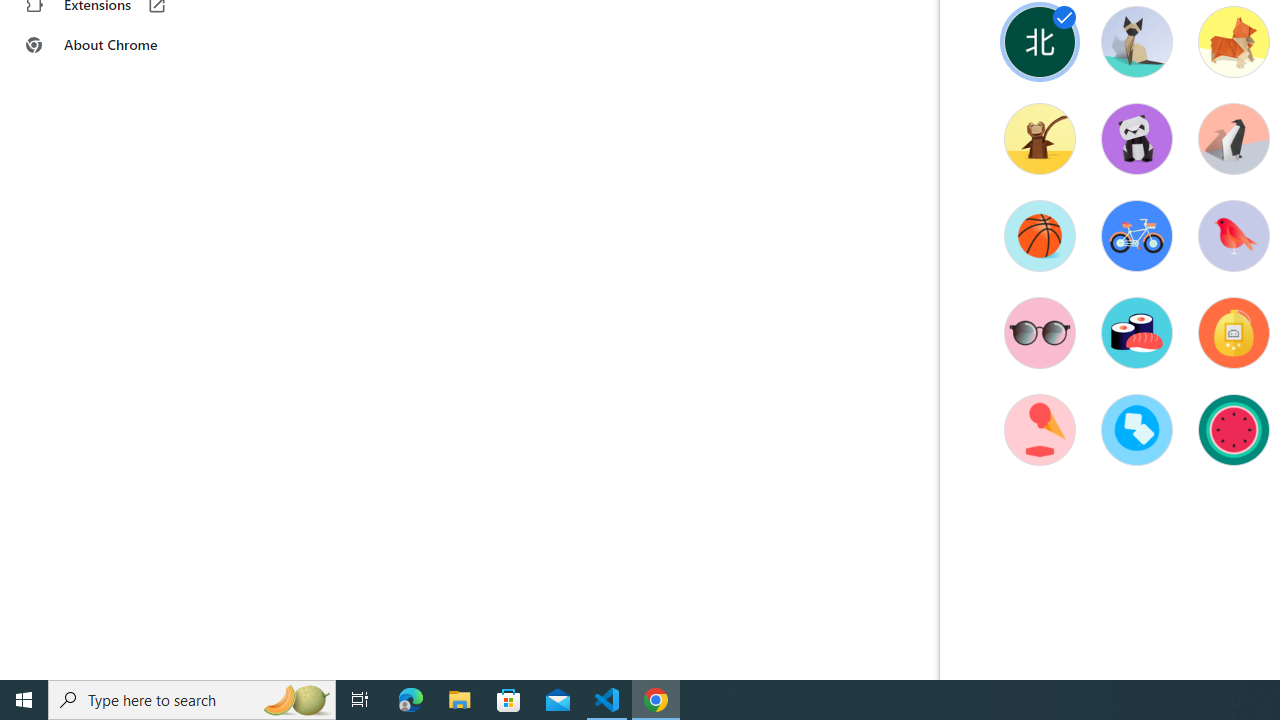 The width and height of the screenshot is (1280, 720). I want to click on 'About Chrome', so click(123, 45).